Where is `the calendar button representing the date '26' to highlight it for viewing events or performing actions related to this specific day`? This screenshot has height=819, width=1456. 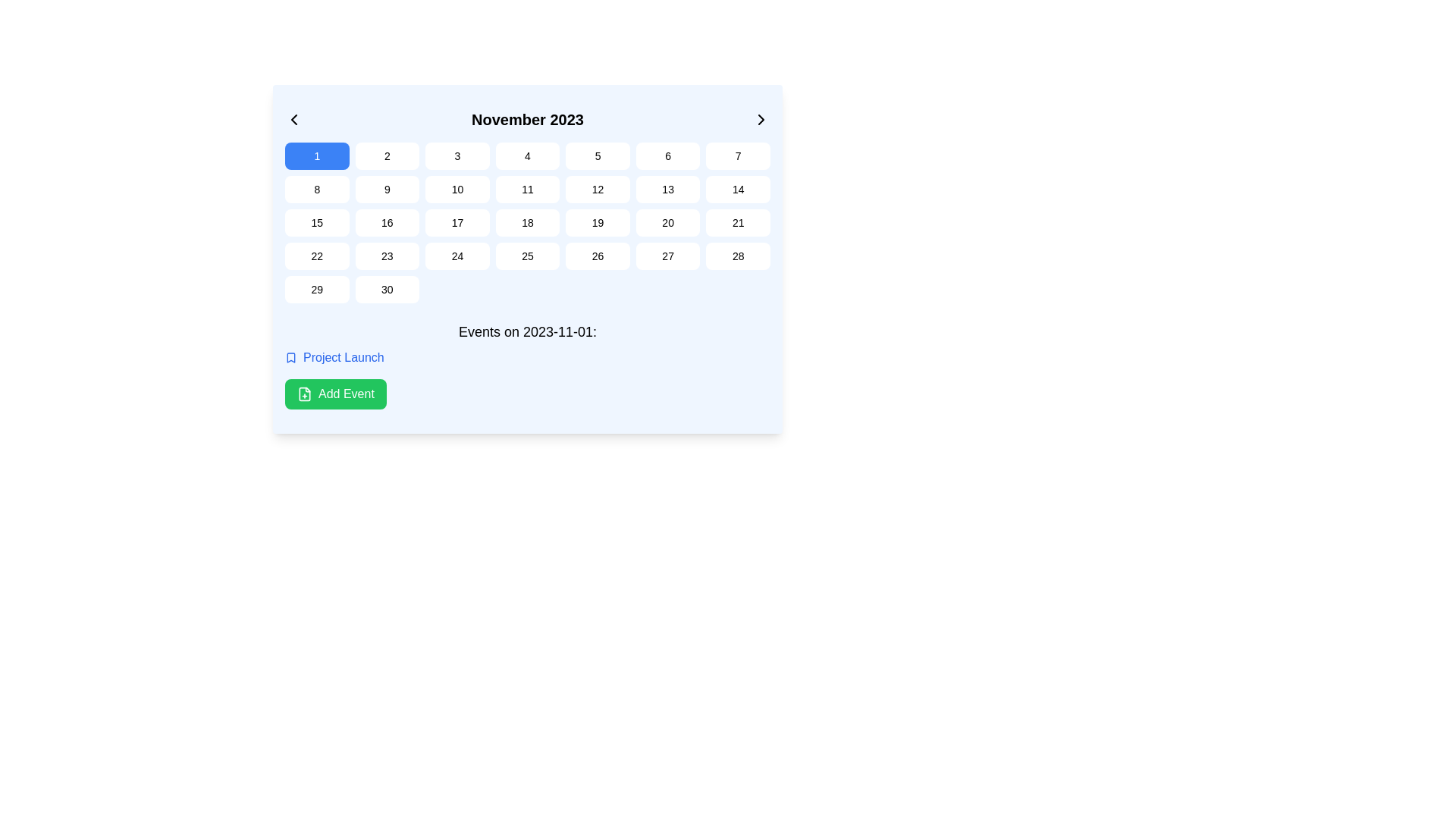 the calendar button representing the date '26' to highlight it for viewing events or performing actions related to this specific day is located at coordinates (597, 256).